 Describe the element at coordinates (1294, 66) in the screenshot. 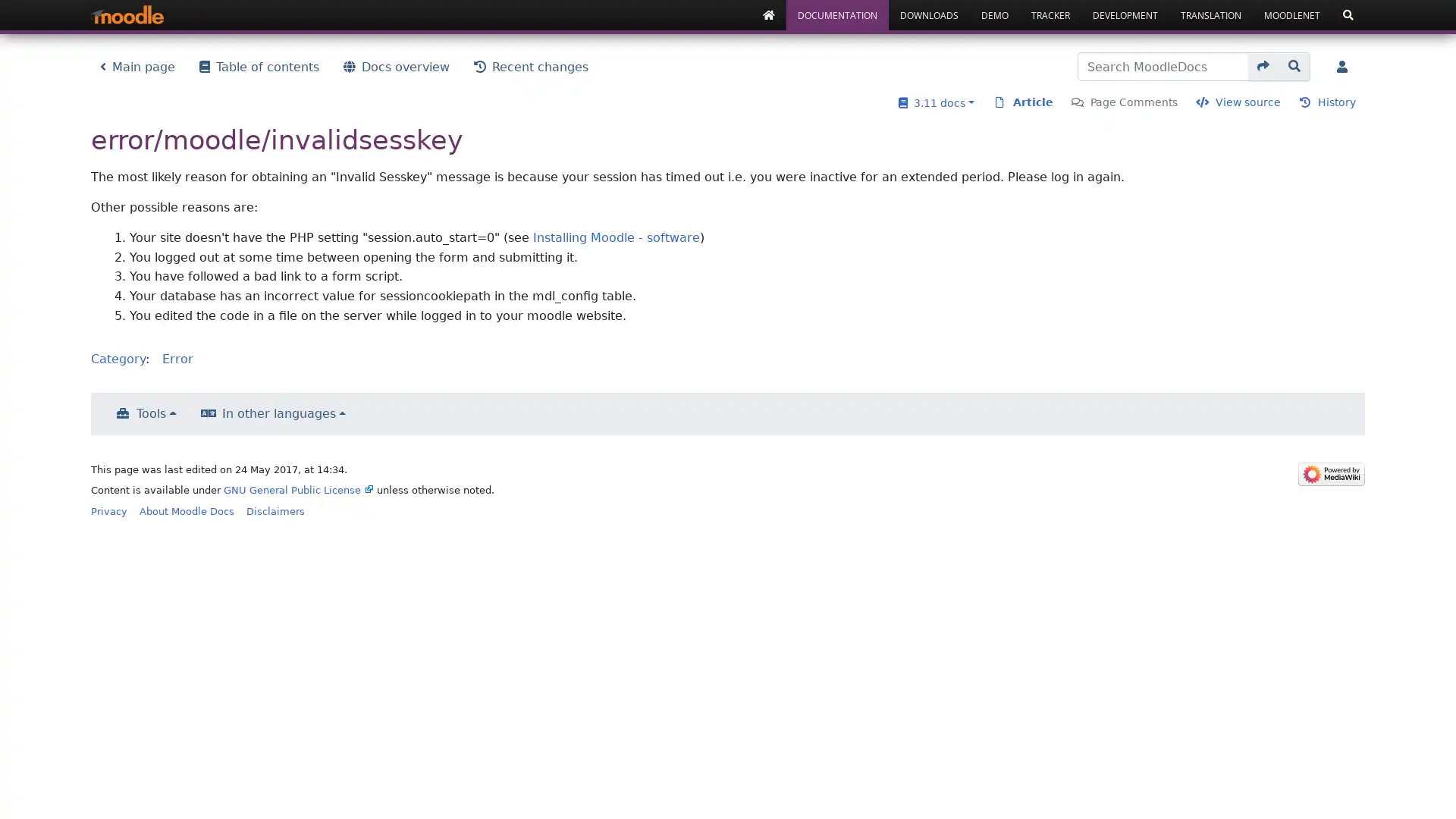

I see `Go to page` at that location.